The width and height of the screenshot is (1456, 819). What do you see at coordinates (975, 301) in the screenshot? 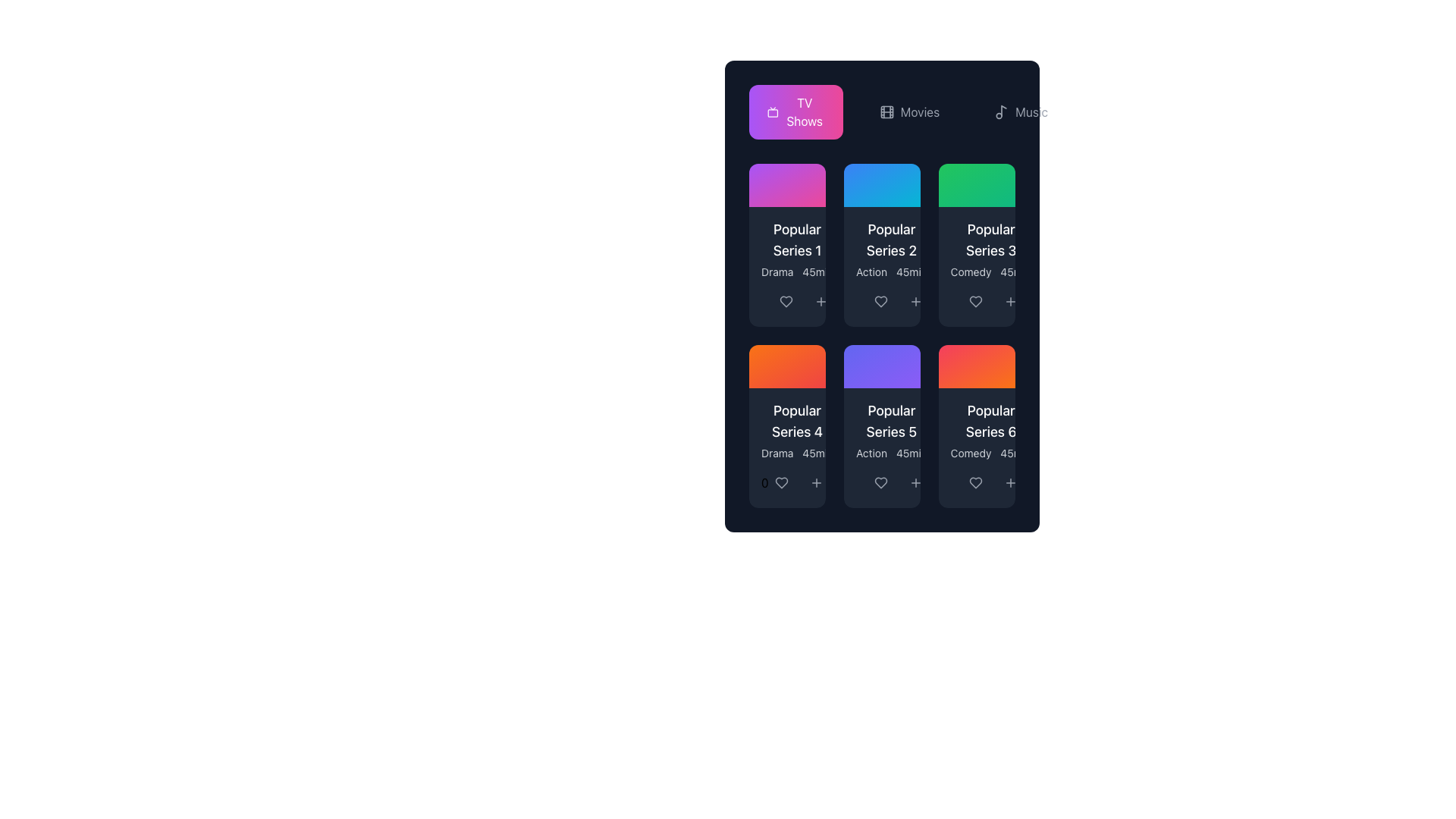
I see `the heart-shaped icon used as a 'like' button for the 'Popular Series 3' under the 'Comedy' category` at bounding box center [975, 301].